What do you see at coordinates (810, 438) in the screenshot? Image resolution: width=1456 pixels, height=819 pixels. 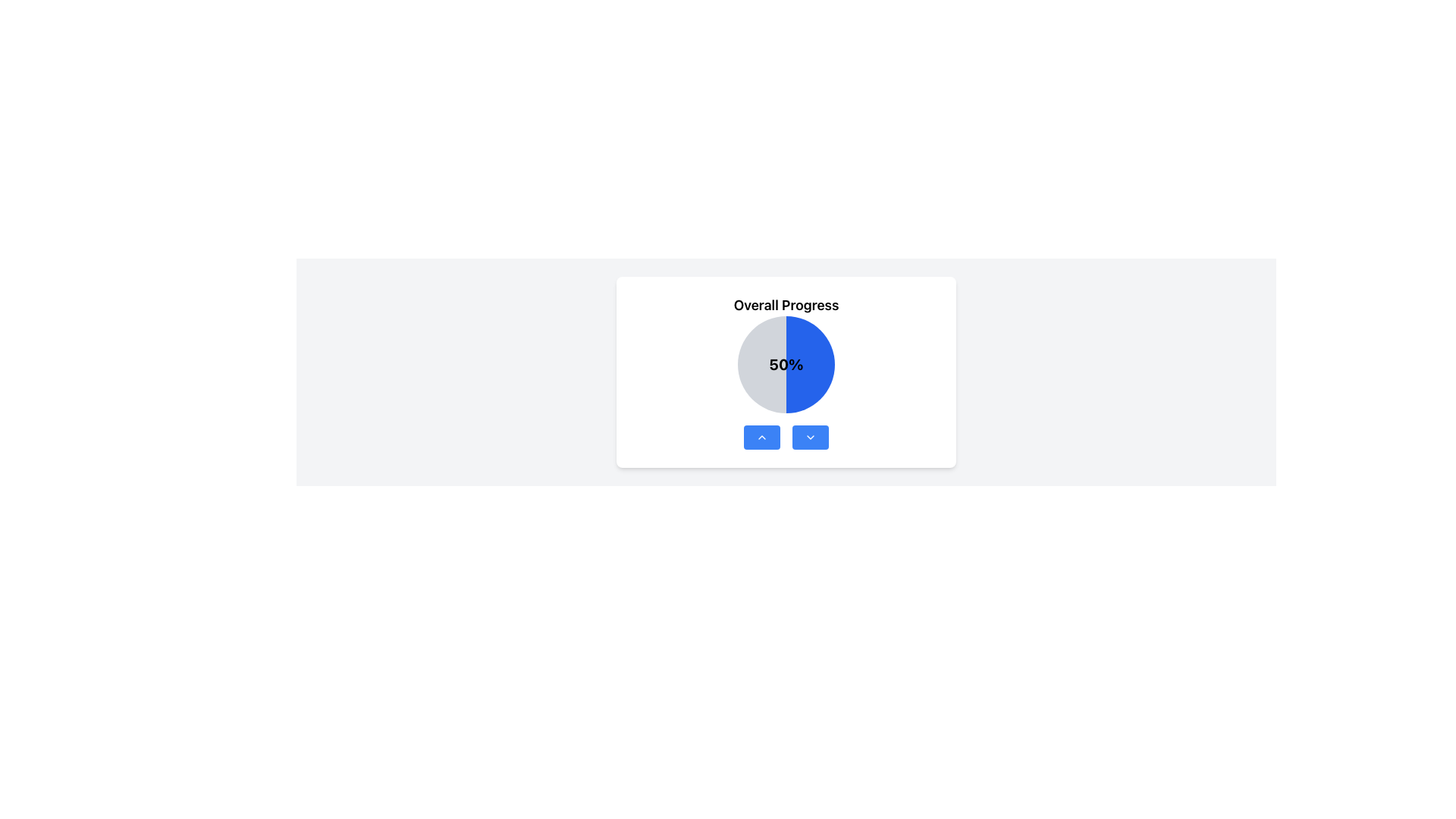 I see `the blue rectangular button with a down-pointing chevron icon` at bounding box center [810, 438].